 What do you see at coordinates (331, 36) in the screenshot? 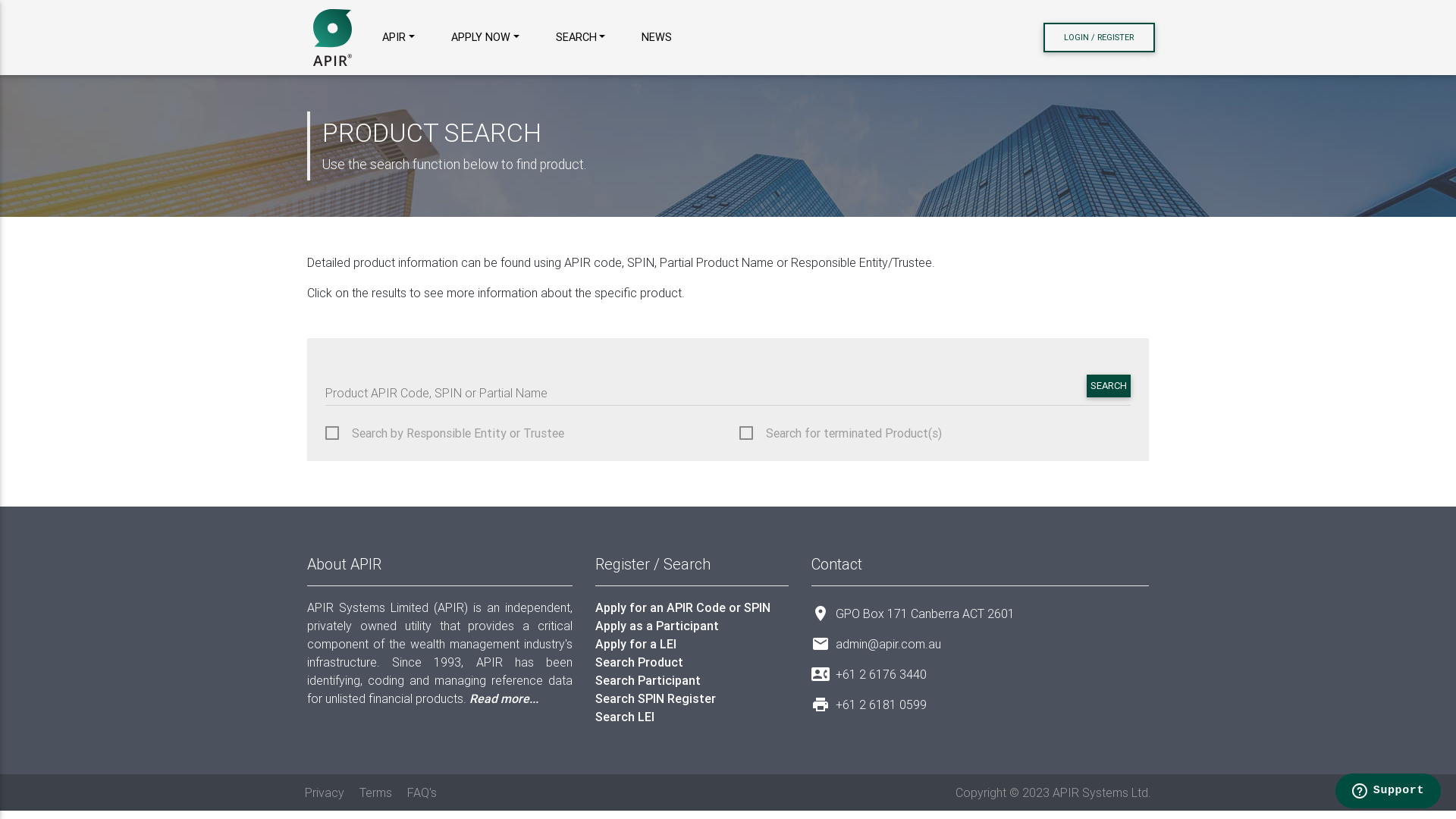
I see `'APIR'` at bounding box center [331, 36].